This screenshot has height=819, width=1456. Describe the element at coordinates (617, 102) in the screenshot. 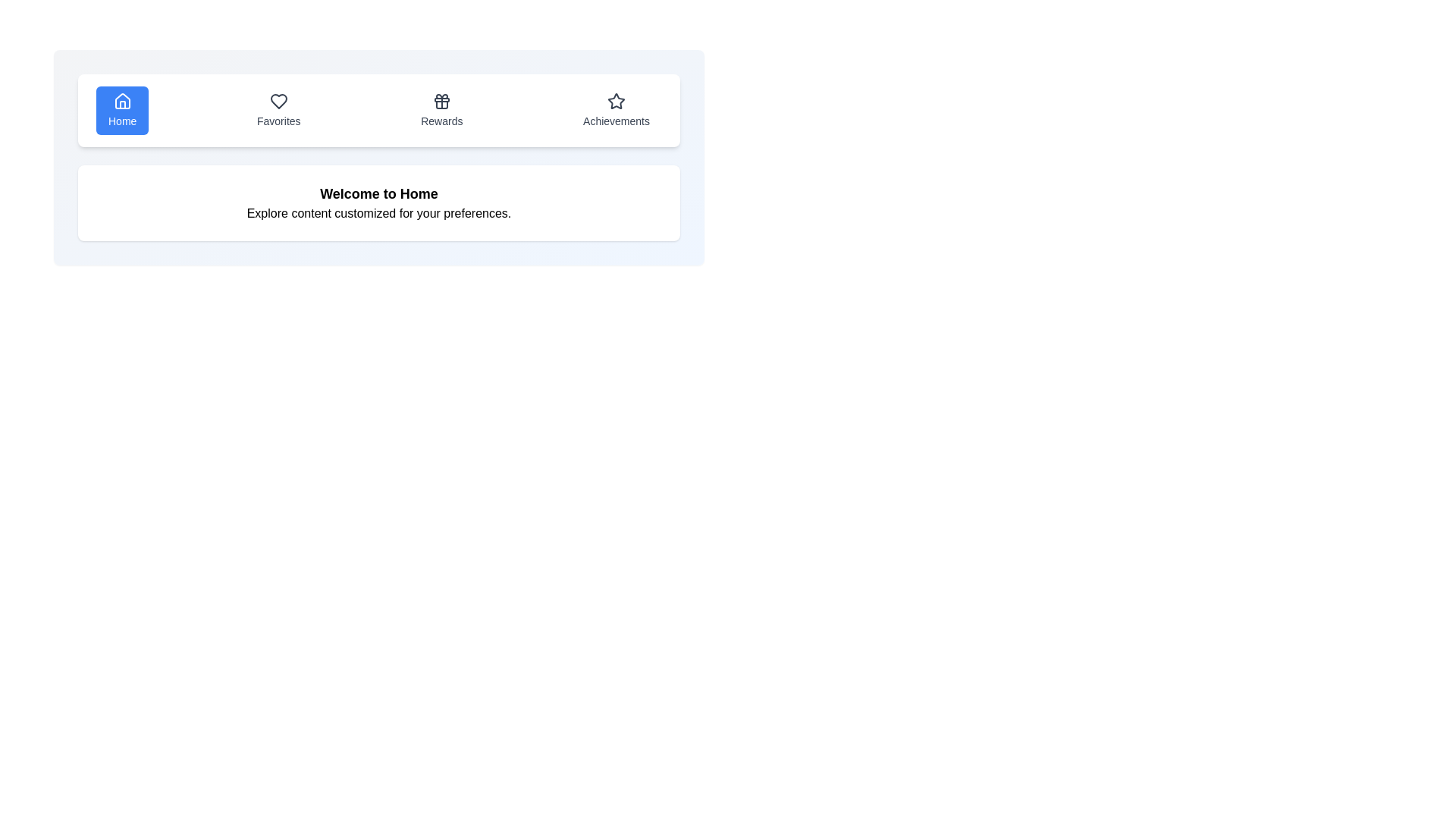

I see `the 'Achievements' icon located on the far right of the horizontal navigation bar` at that location.